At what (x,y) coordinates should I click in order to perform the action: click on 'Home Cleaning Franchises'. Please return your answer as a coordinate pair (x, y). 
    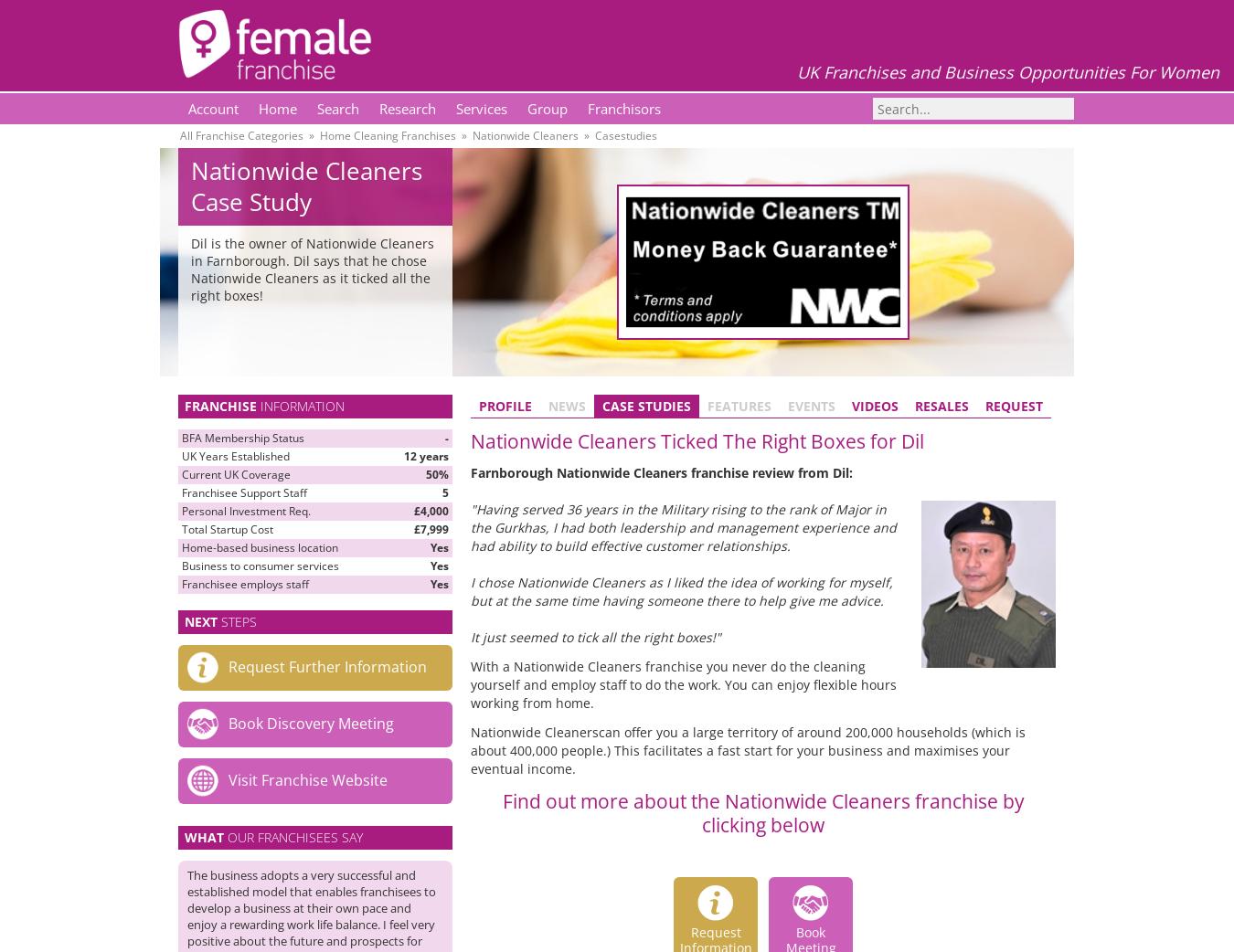
    Looking at the image, I should click on (320, 135).